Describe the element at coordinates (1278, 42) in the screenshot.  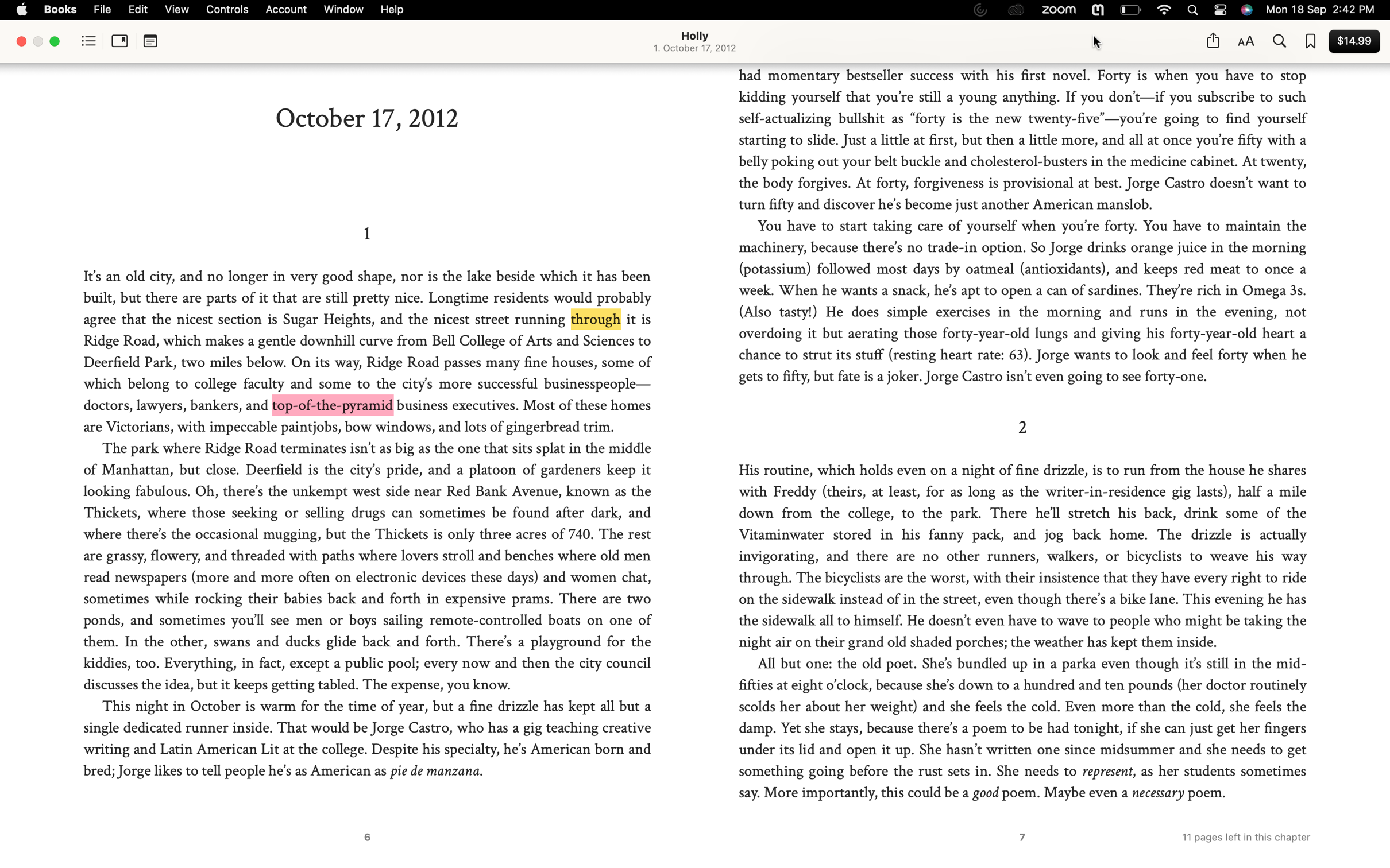
I see `Execute a search for "Jorge Castro` at that location.